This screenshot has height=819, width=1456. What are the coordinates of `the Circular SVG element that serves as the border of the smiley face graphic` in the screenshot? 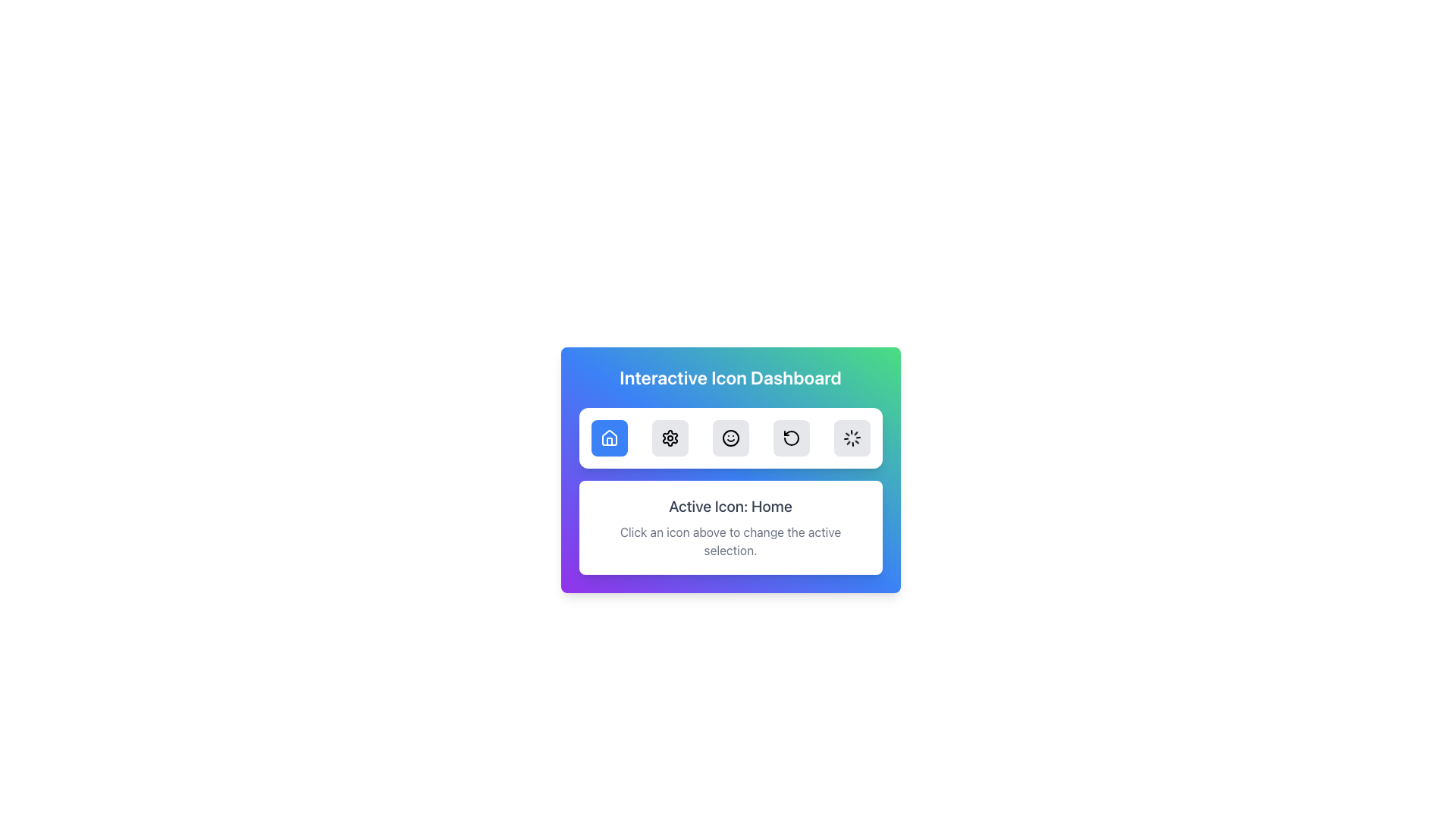 It's located at (730, 438).